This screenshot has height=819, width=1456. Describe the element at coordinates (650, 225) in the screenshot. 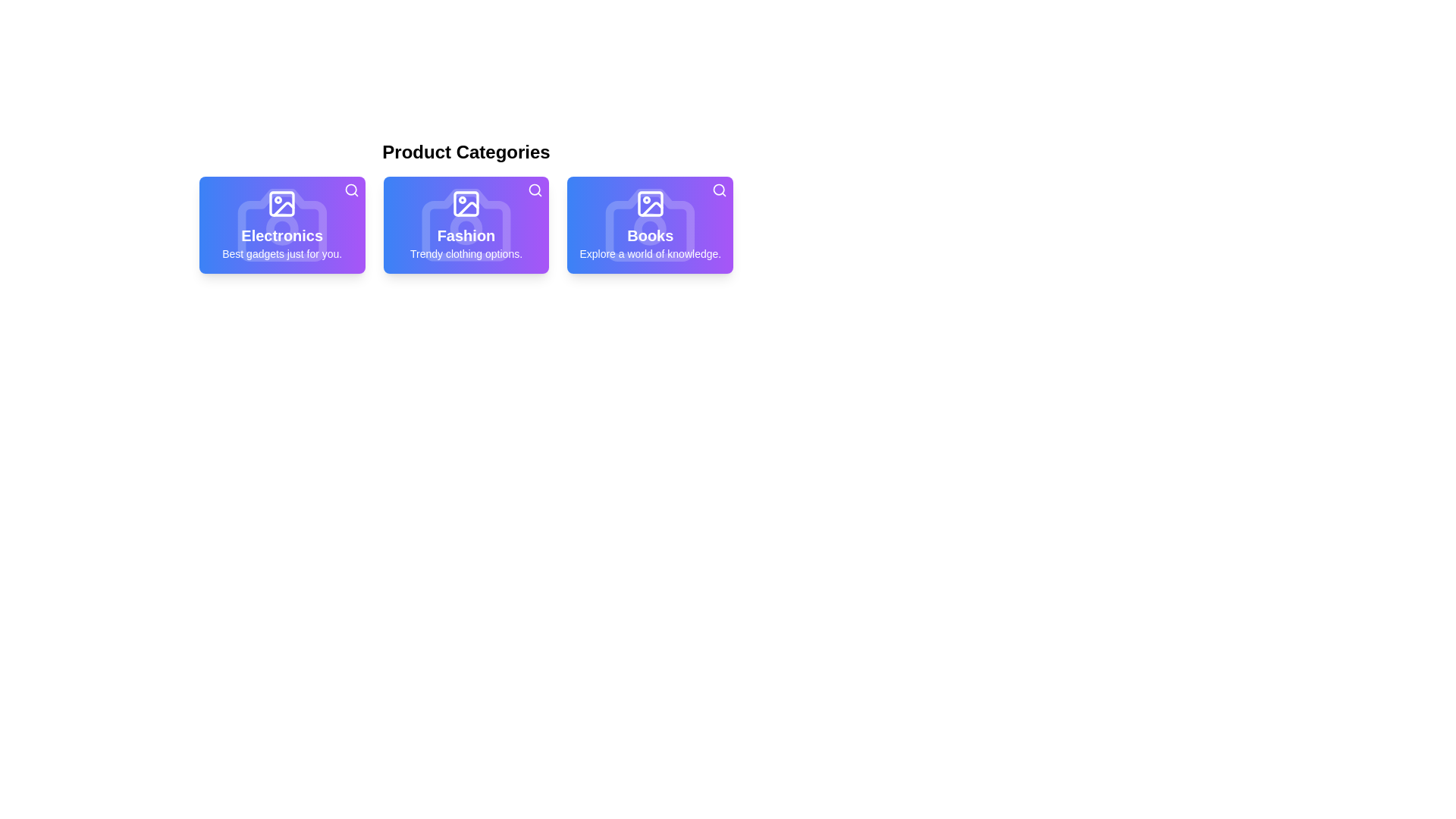

I see `the third card in the 'Product Categories' section that represents the navigation option for books-related content to trigger visual effects` at that location.